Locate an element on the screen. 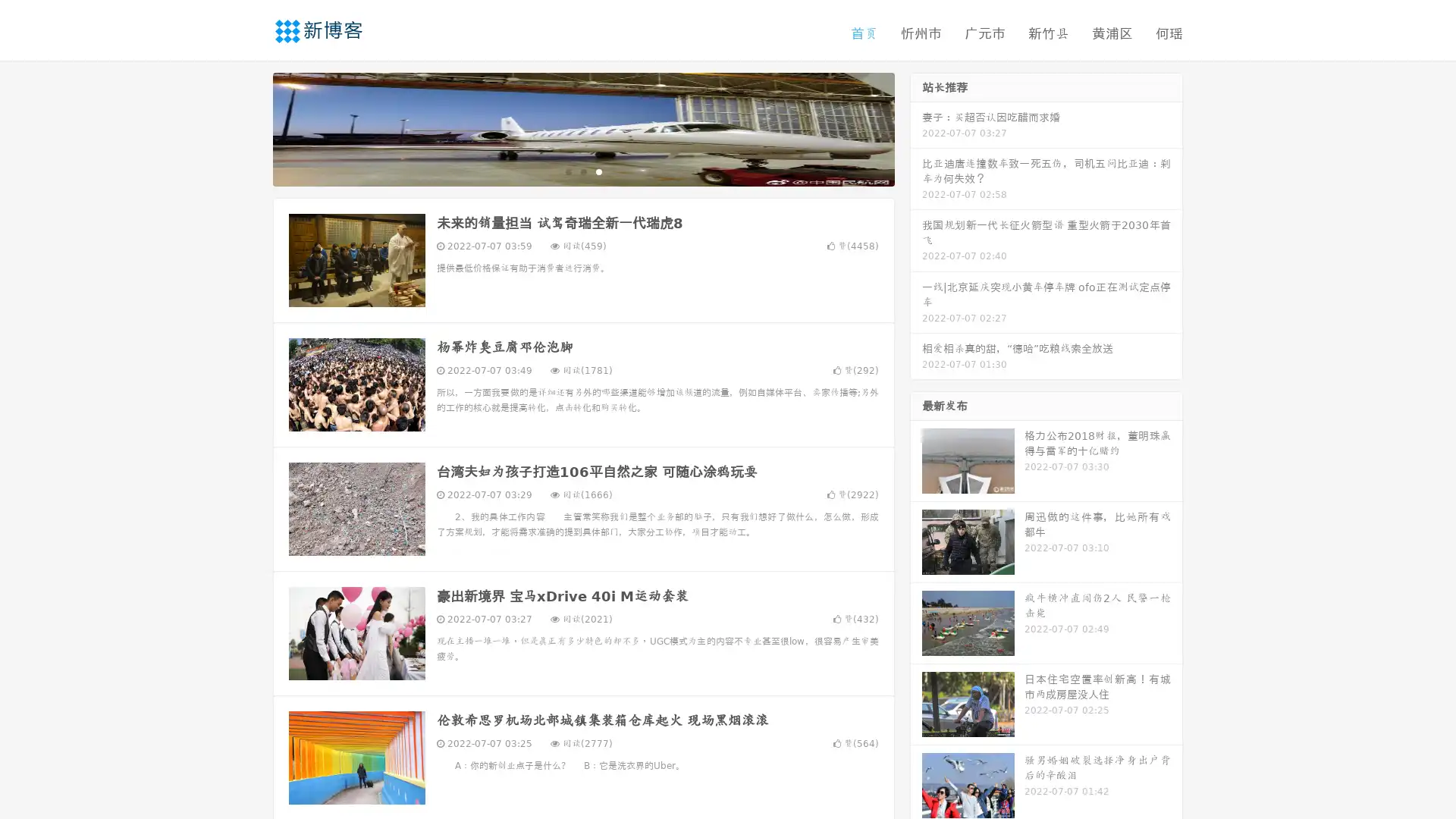  Go to slide 3 is located at coordinates (598, 171).